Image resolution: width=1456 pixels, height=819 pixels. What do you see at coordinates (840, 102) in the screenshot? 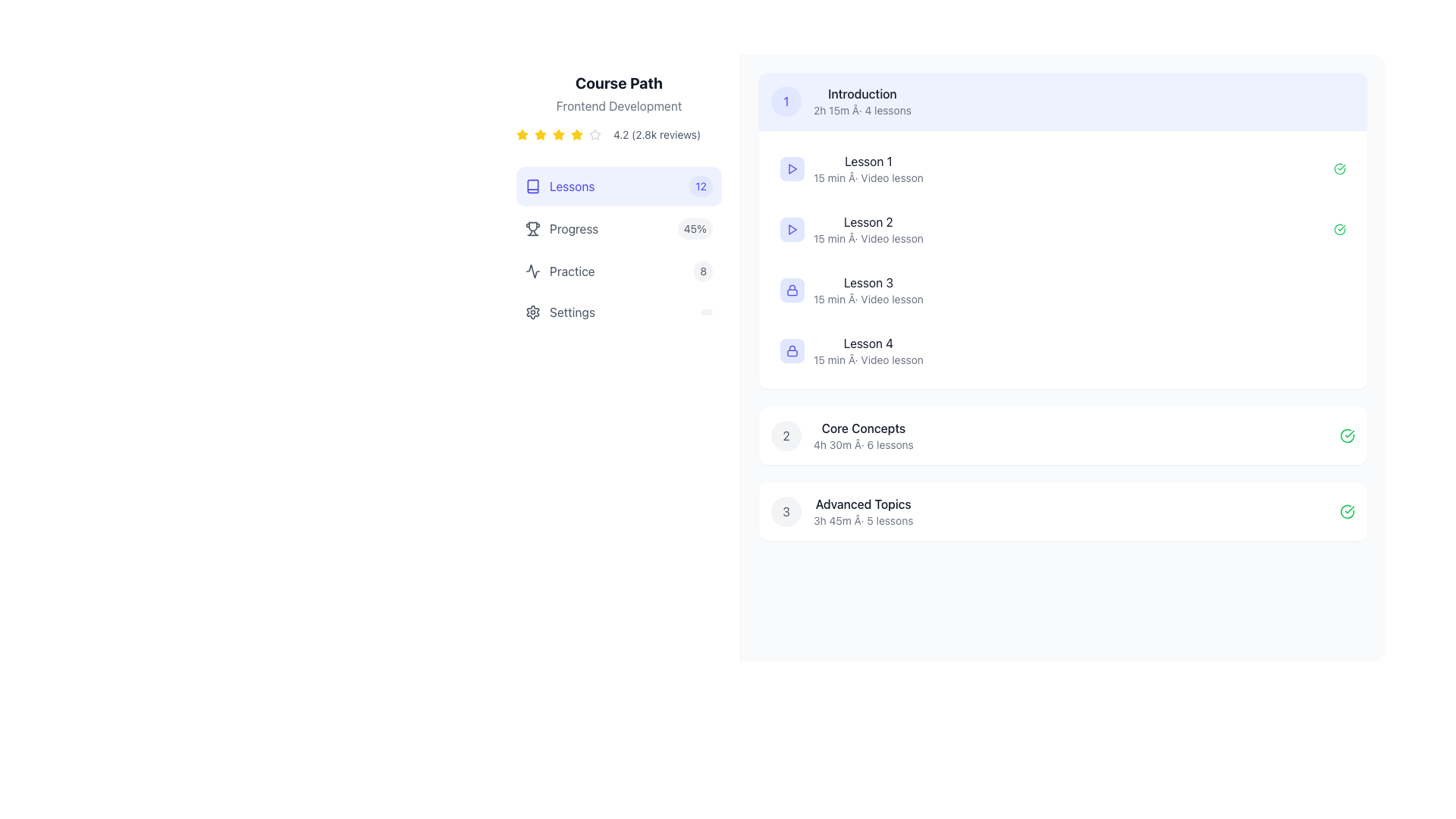
I see `the first List Item in the lesson section, which features a circular number icon with '1' and the text 'Introduction'` at bounding box center [840, 102].